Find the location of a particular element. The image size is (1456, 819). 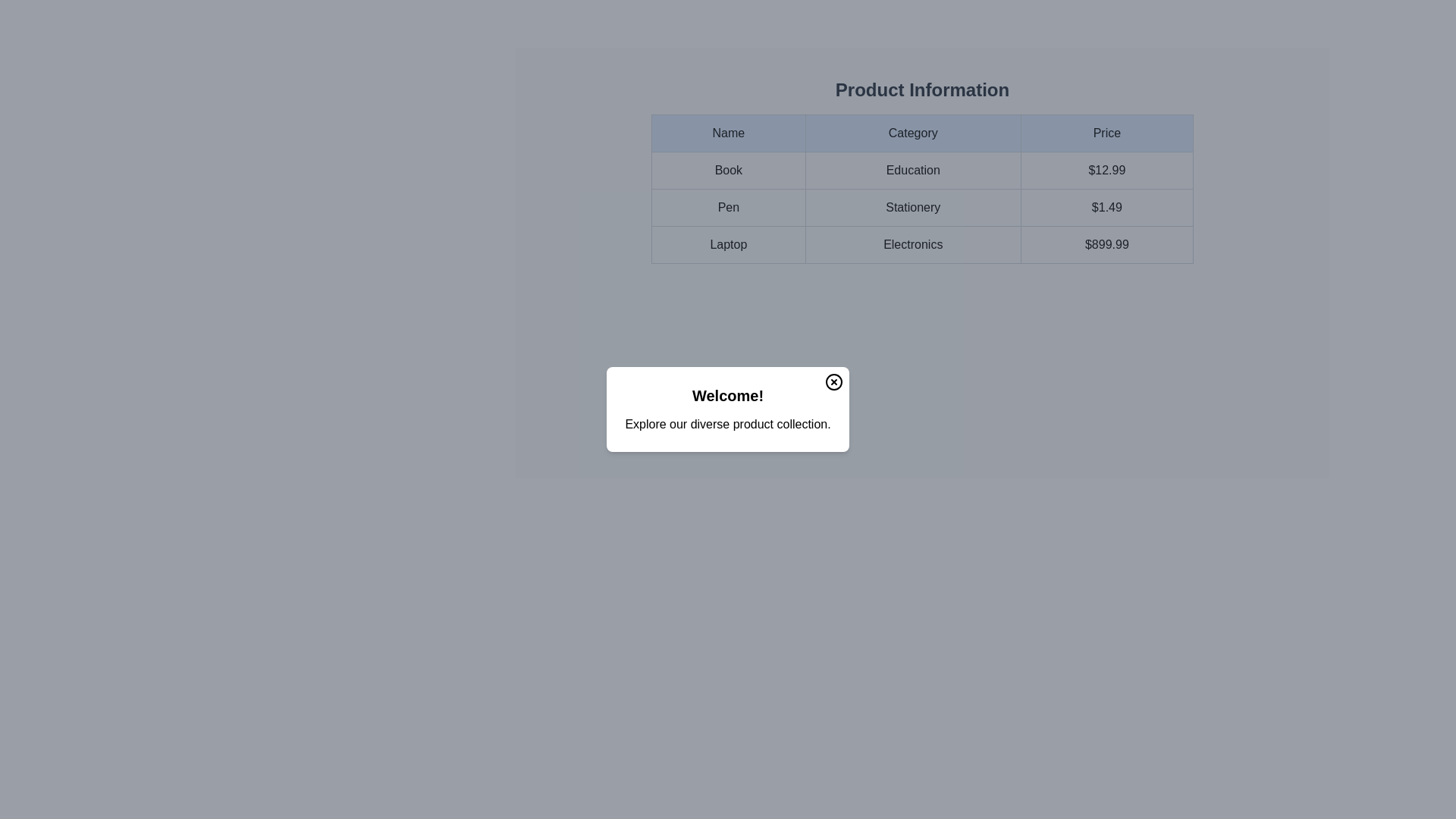

text in the header row of the 'Product Information' table, which includes the columns 'Name', 'Category', and 'Price' is located at coordinates (921, 133).